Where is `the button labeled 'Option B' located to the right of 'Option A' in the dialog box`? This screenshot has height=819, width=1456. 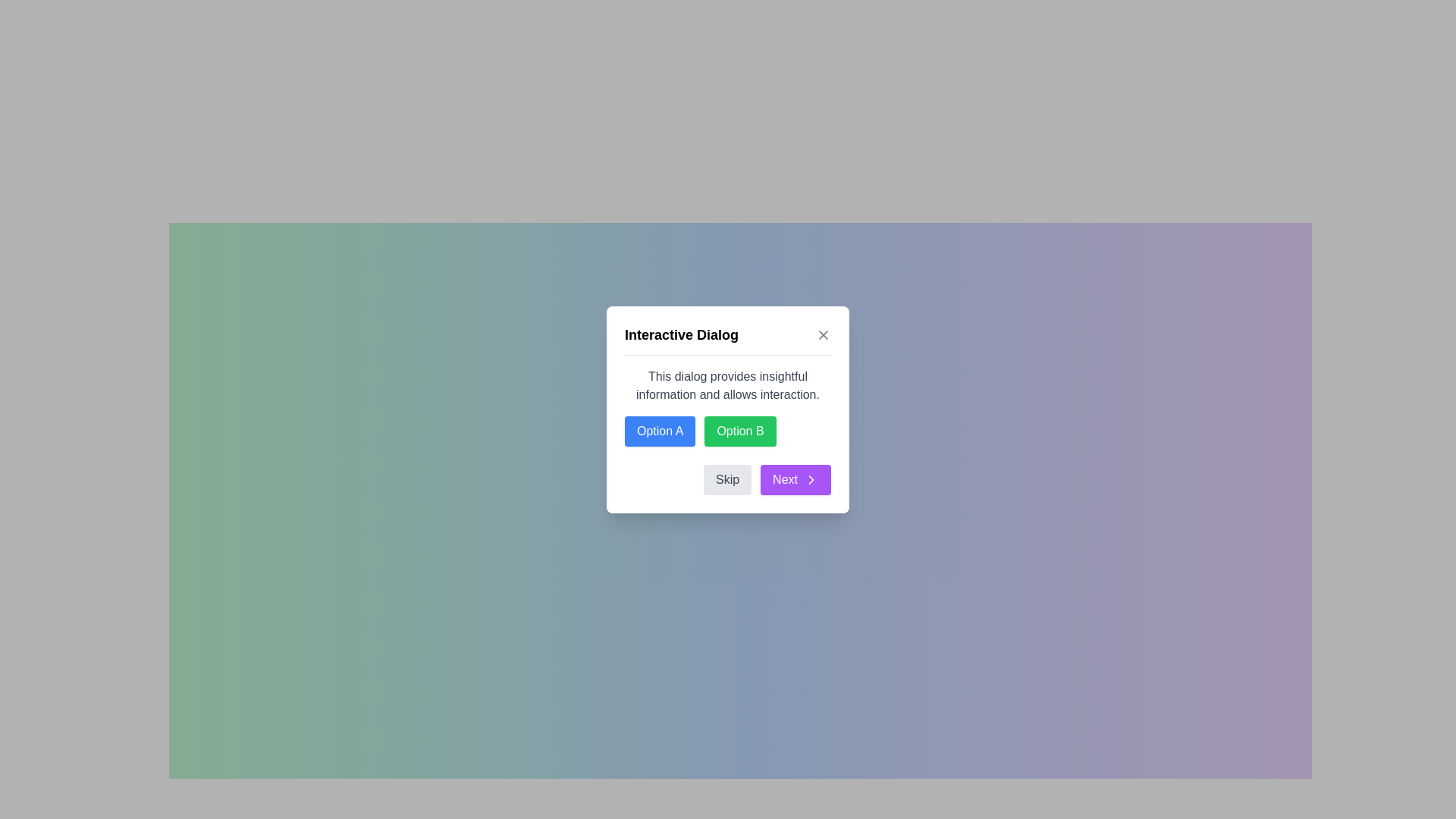 the button labeled 'Option B' located to the right of 'Option A' in the dialog box is located at coordinates (740, 431).